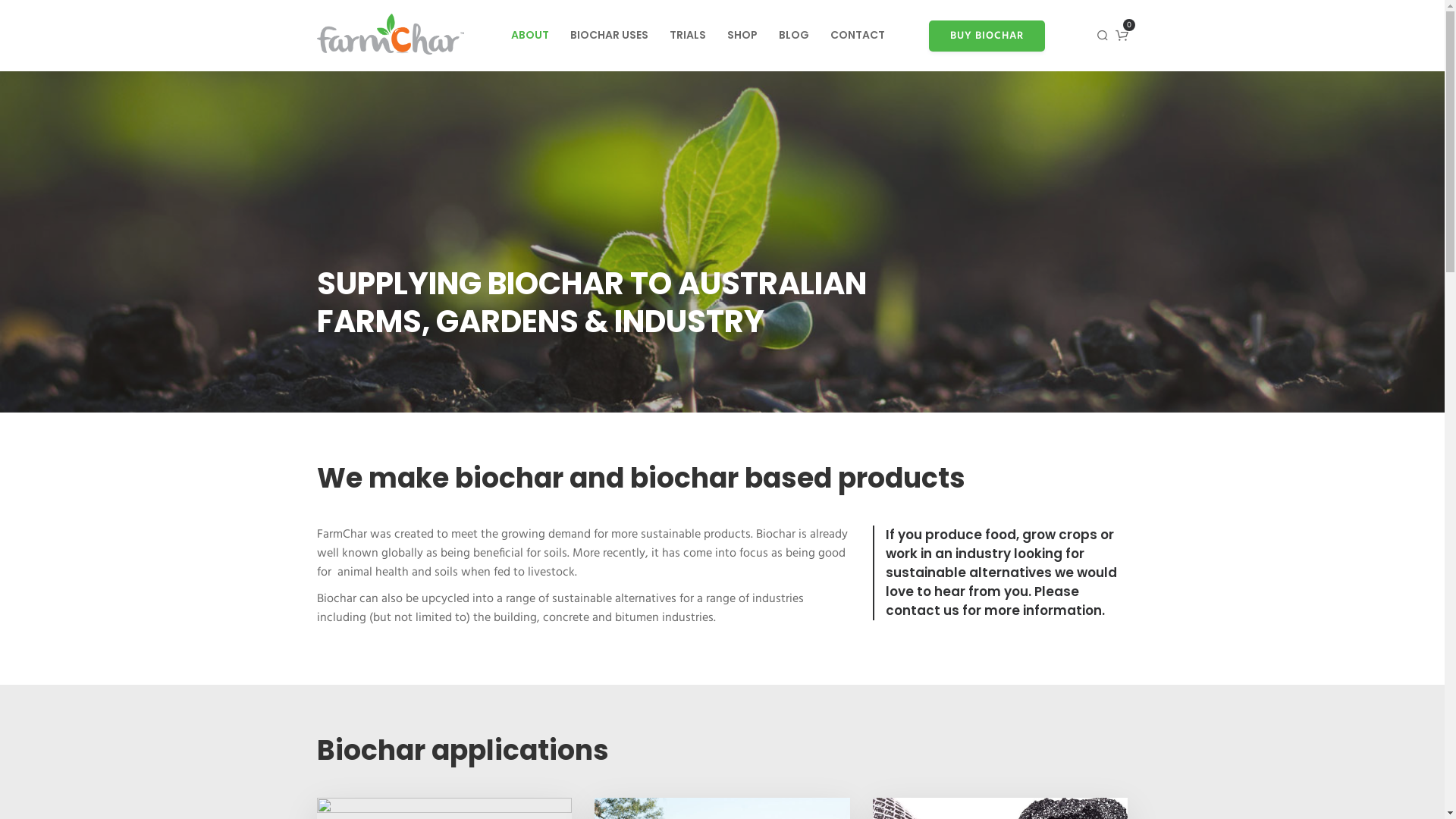 Image resolution: width=1456 pixels, height=819 pixels. I want to click on 'SHOP', so click(742, 34).